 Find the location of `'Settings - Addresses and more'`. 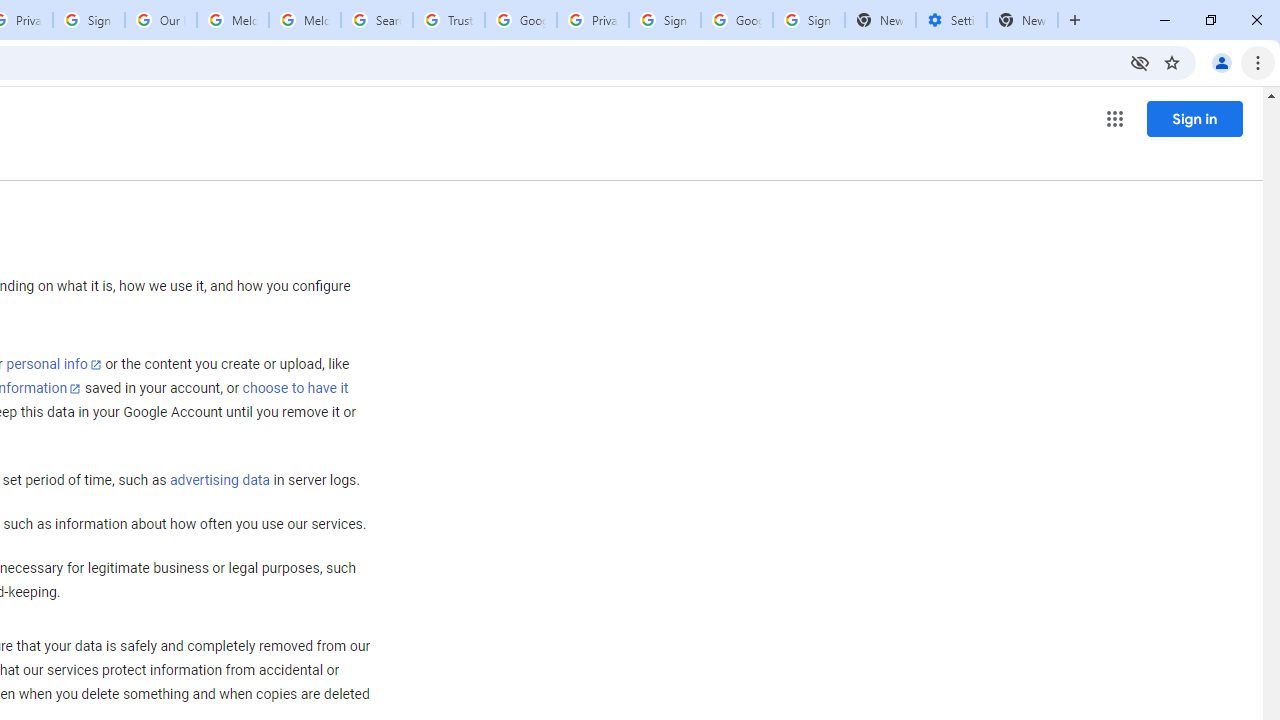

'Settings - Addresses and more' is located at coordinates (950, 20).